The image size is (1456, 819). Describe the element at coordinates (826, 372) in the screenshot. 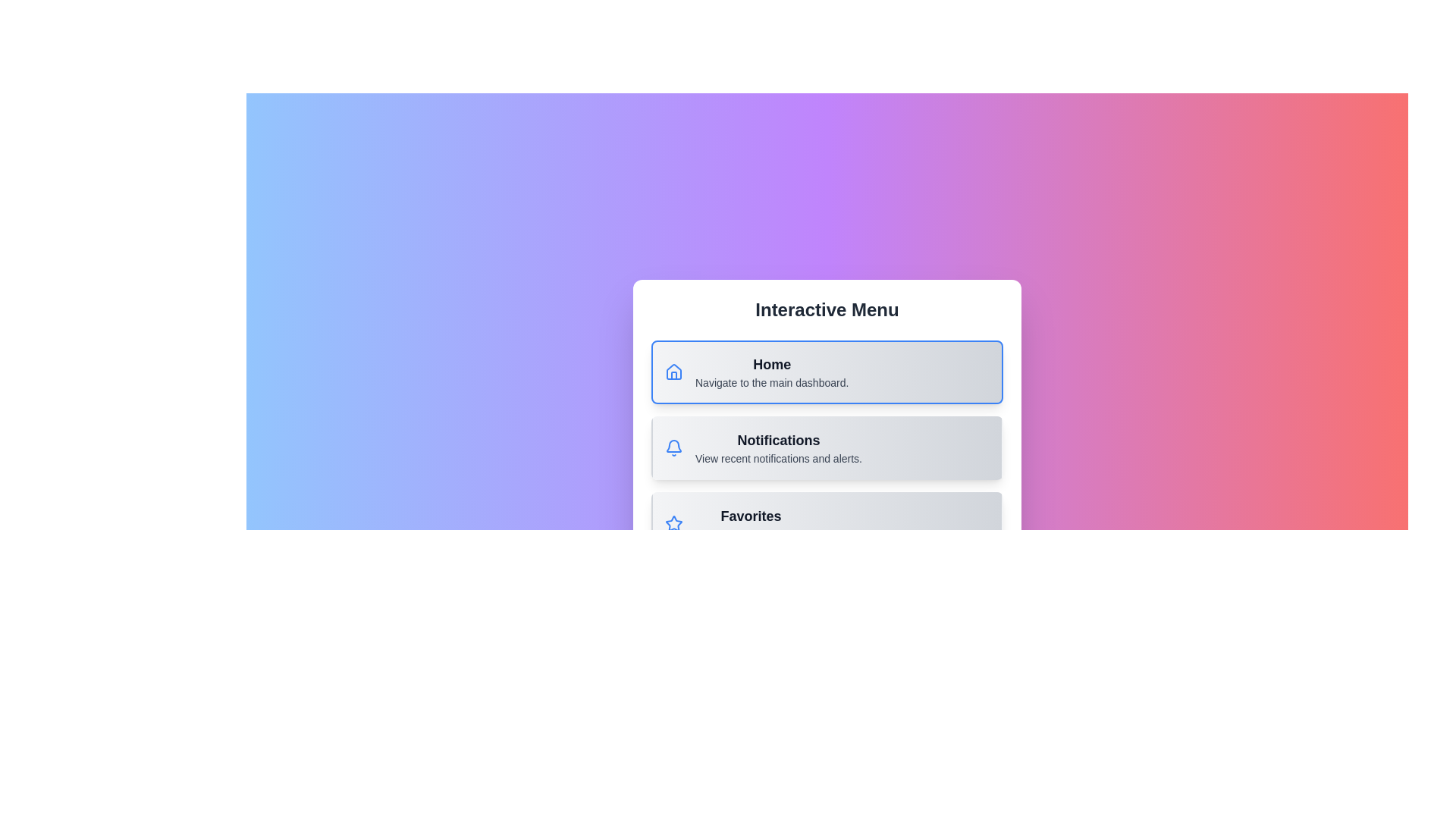

I see `the menu option Home` at that location.